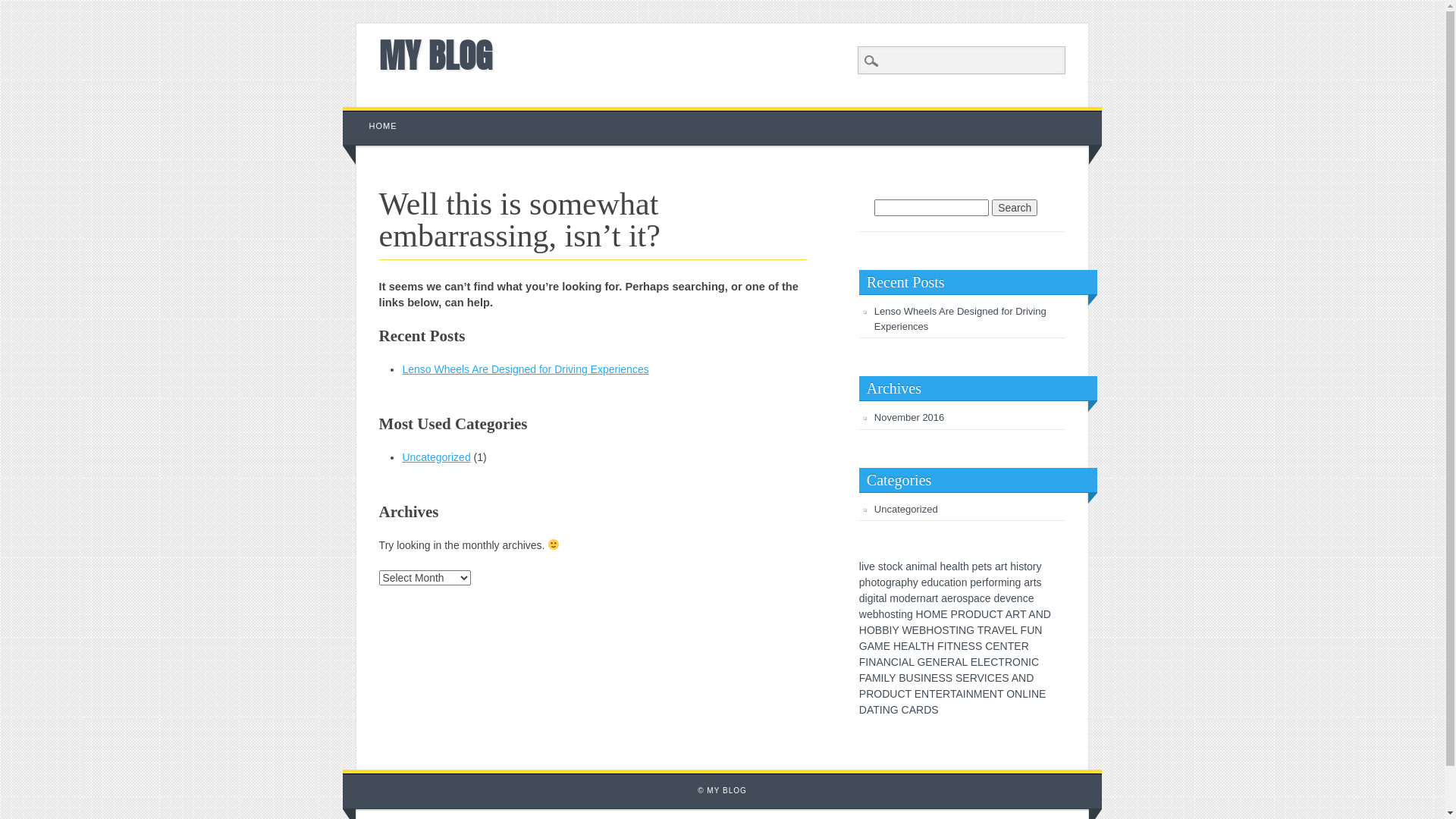 This screenshot has width=1456, height=819. Describe the element at coordinates (915, 581) in the screenshot. I see `'y'` at that location.